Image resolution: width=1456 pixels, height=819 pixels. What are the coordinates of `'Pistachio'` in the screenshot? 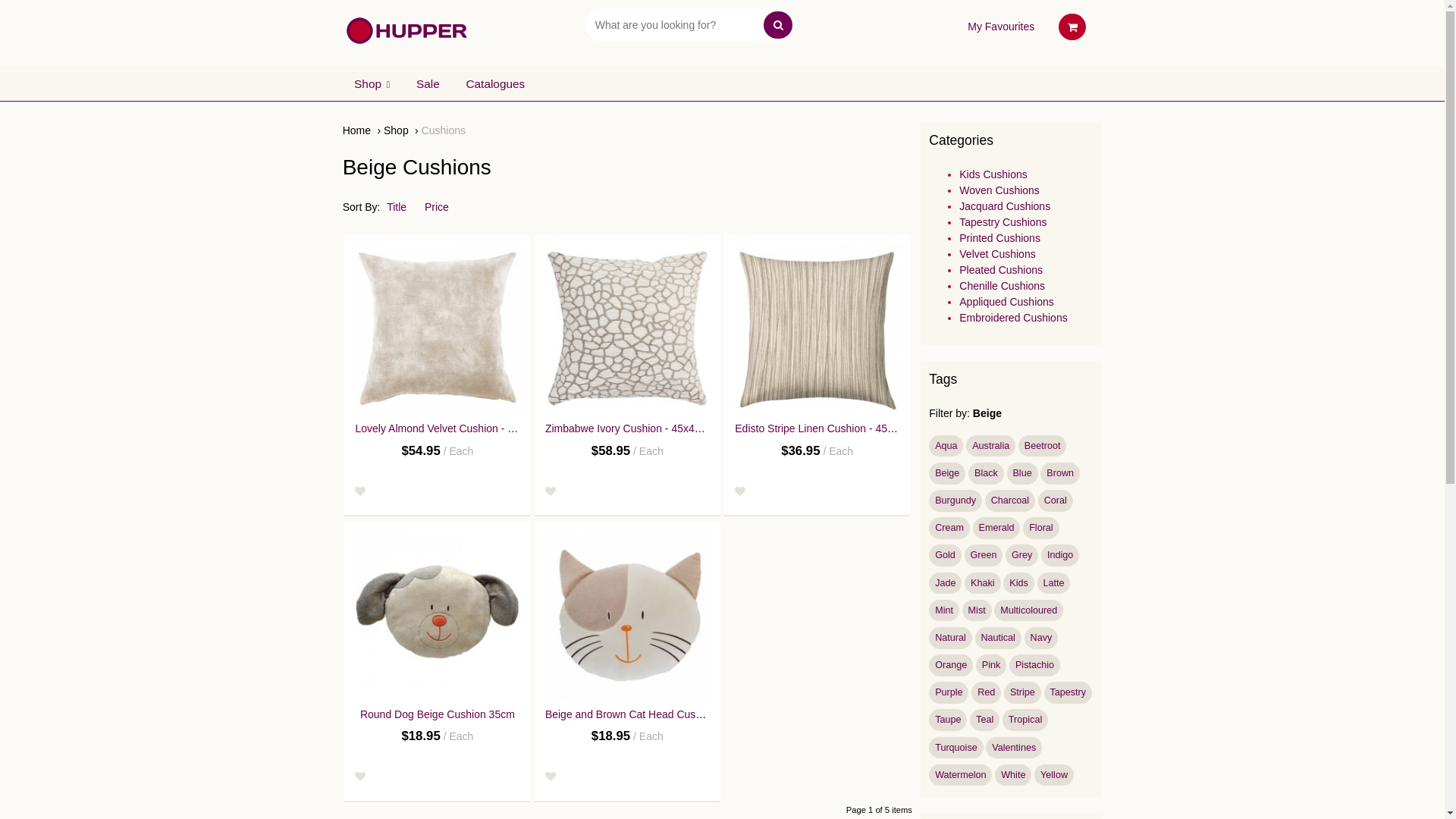 It's located at (1034, 664).